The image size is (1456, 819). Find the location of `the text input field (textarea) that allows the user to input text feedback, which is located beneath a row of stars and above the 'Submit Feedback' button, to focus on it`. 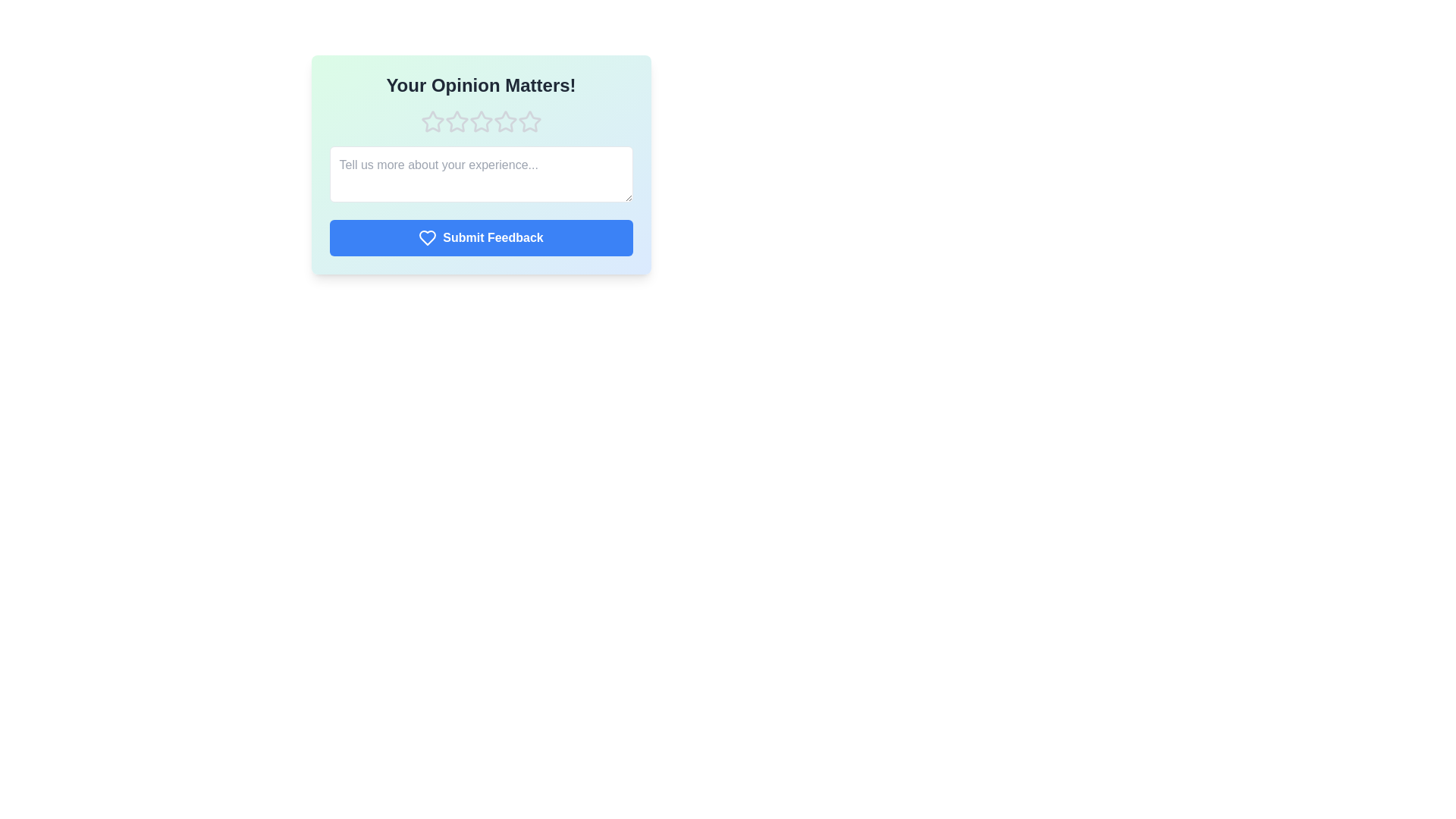

the text input field (textarea) that allows the user to input text feedback, which is located beneath a row of stars and above the 'Submit Feedback' button, to focus on it is located at coordinates (480, 174).